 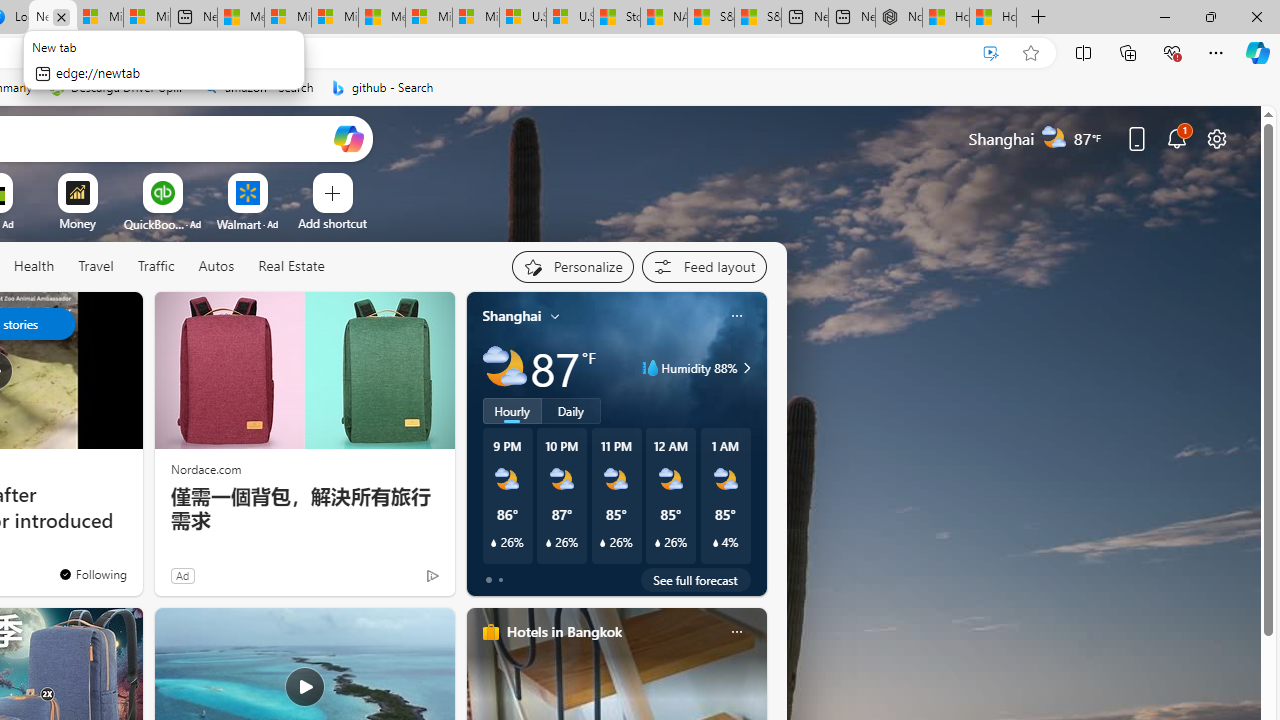 What do you see at coordinates (555, 315) in the screenshot?
I see `'My location'` at bounding box center [555, 315].